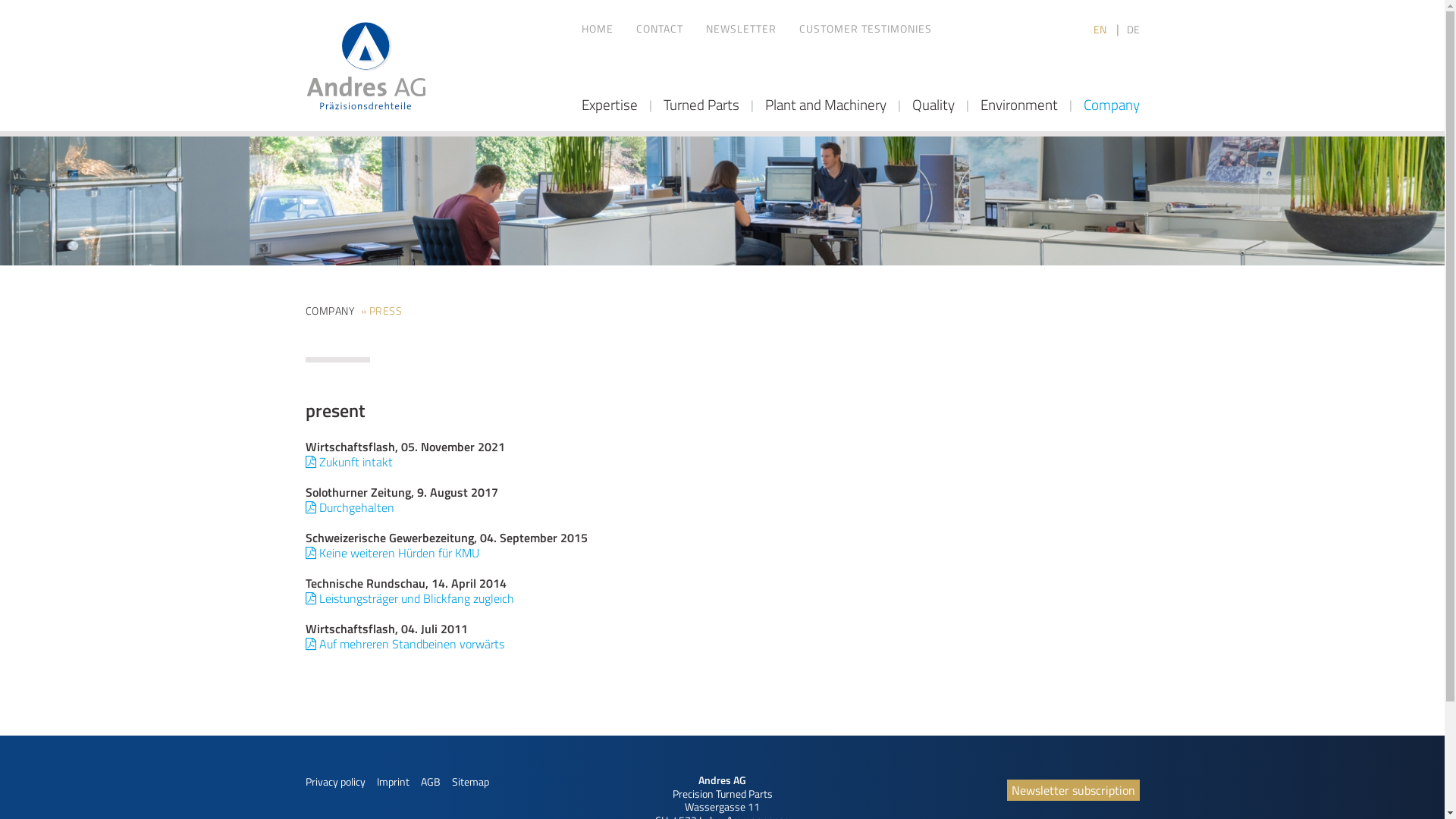  I want to click on 'Zukunft intakt', so click(347, 461).